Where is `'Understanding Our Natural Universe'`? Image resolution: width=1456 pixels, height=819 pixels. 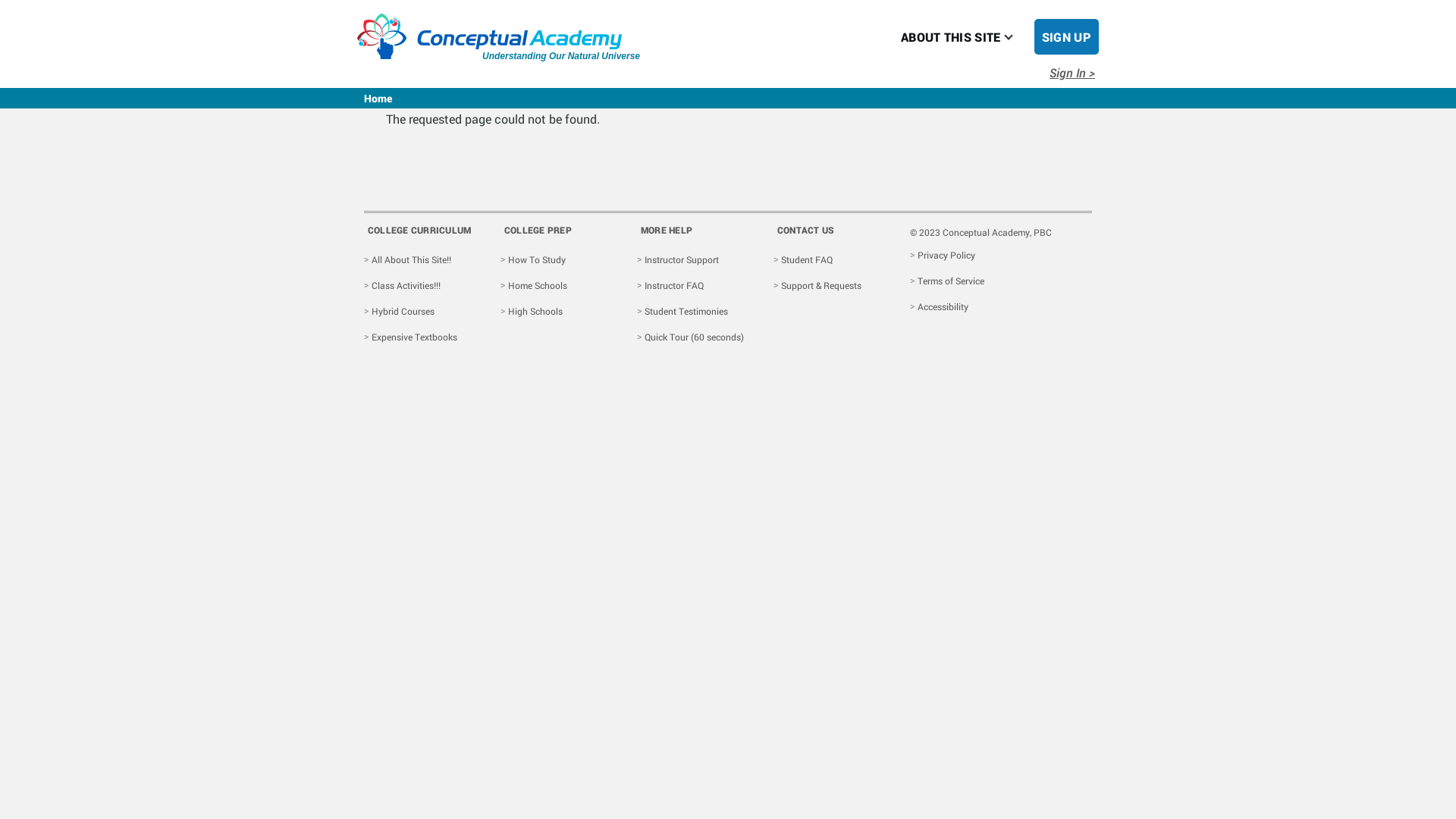
'Understanding Our Natural Universe' is located at coordinates (489, 45).